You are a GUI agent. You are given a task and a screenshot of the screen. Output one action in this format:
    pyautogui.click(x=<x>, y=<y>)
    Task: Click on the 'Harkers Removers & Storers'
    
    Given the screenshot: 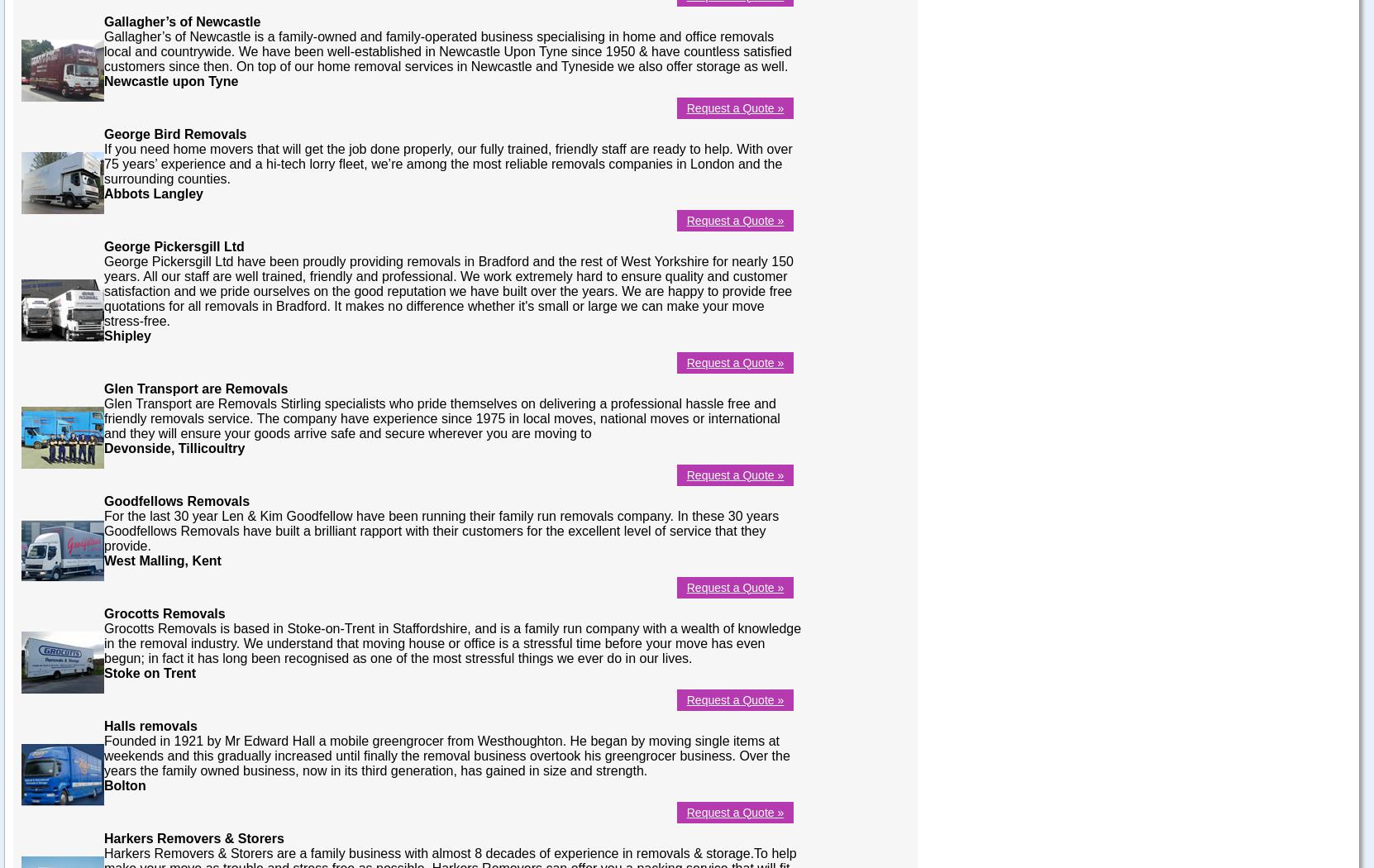 What is the action you would take?
    pyautogui.click(x=193, y=837)
    